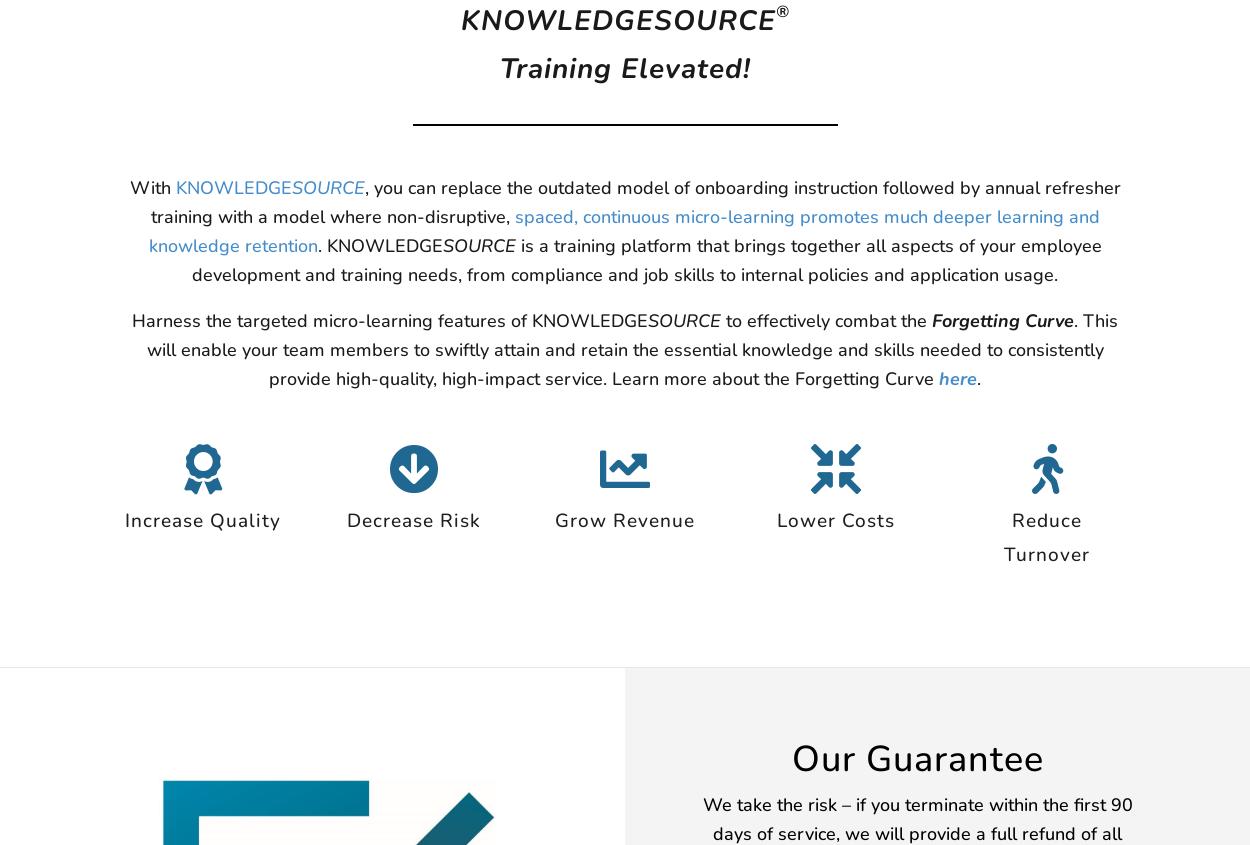 The width and height of the screenshot is (1250, 845). Describe the element at coordinates (938, 376) in the screenshot. I see `'here'` at that location.